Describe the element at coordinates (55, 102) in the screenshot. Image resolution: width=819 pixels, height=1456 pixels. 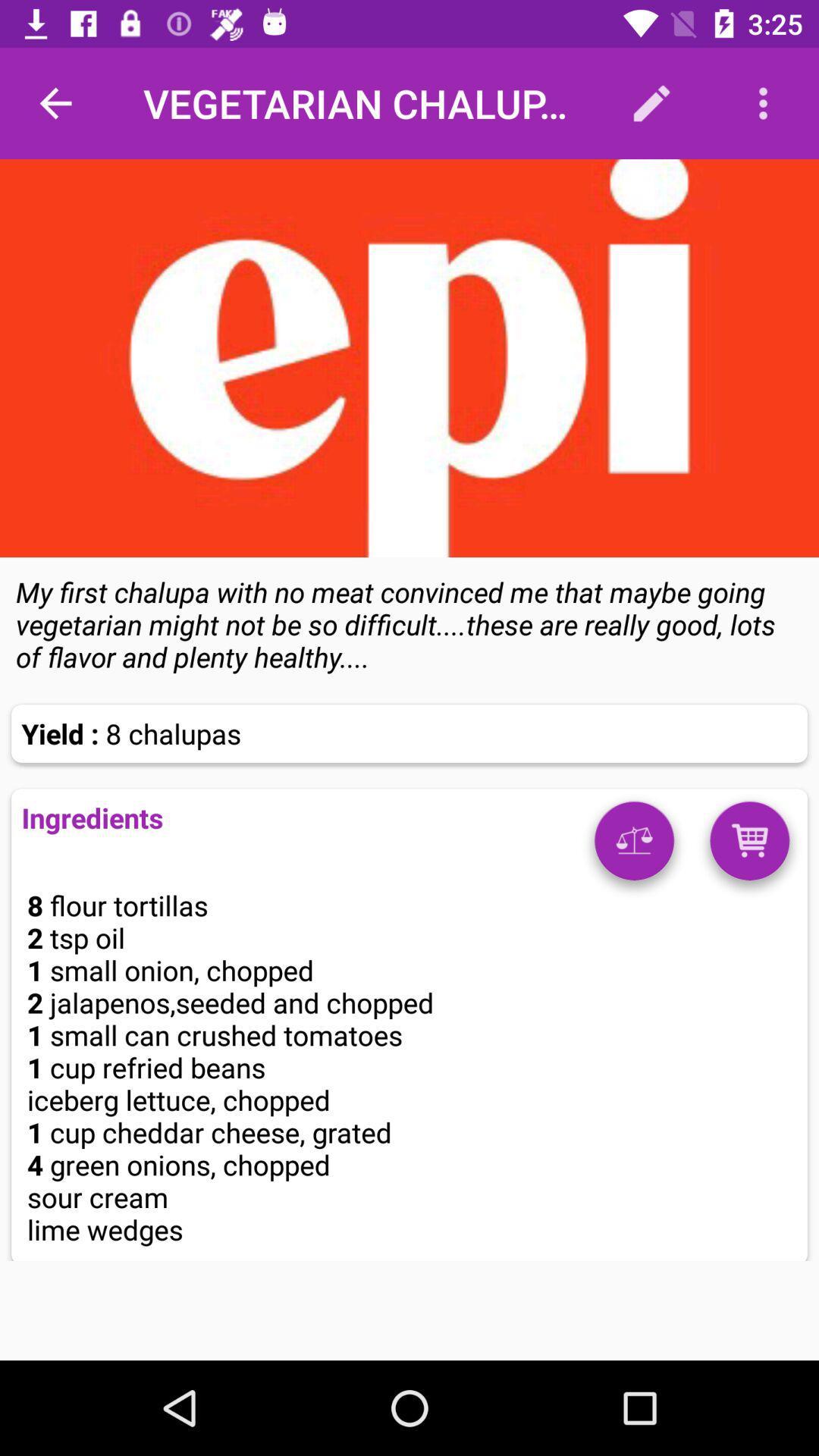
I see `the item next to the vegetarian chalupas` at that location.